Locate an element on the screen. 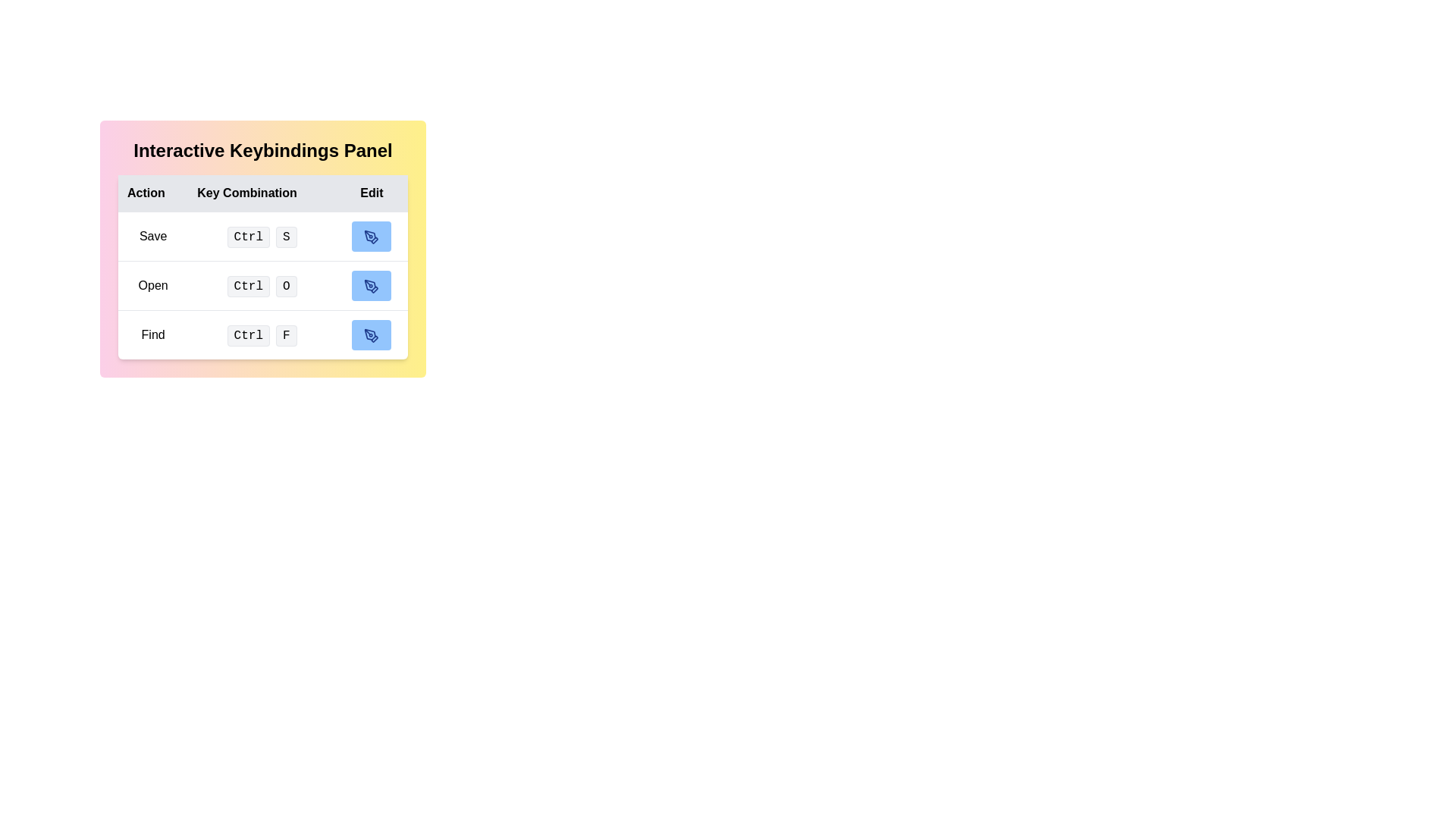  the text label displaying 'Key Combination' in bold black font, located in the center column of a three-column header above a table is located at coordinates (262, 193).